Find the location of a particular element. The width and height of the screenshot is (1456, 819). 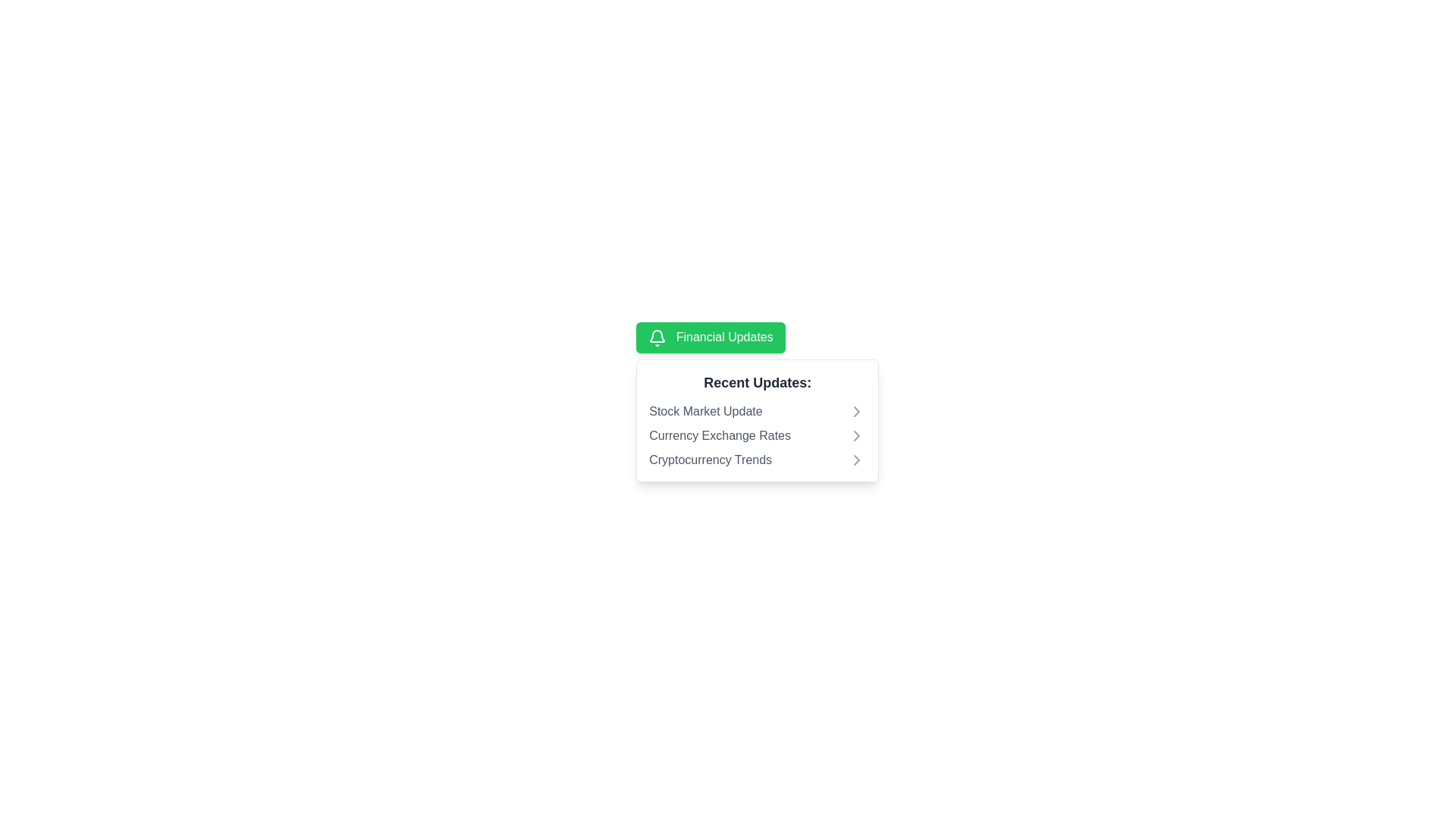

the rightward pointing arrow icon, which is the rightmost element in the row next to 'Stock Market Update' is located at coordinates (857, 411).